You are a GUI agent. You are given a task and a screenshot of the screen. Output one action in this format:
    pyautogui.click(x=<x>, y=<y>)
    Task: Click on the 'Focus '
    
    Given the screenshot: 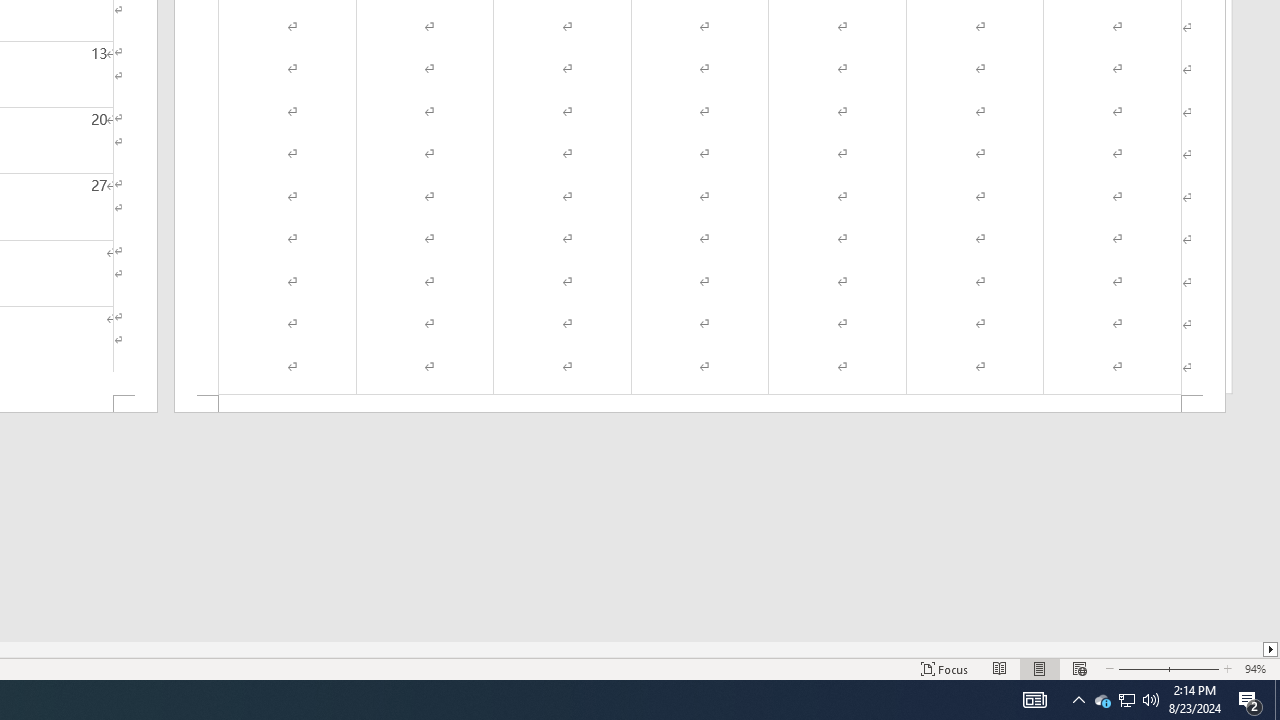 What is the action you would take?
    pyautogui.click(x=943, y=669)
    